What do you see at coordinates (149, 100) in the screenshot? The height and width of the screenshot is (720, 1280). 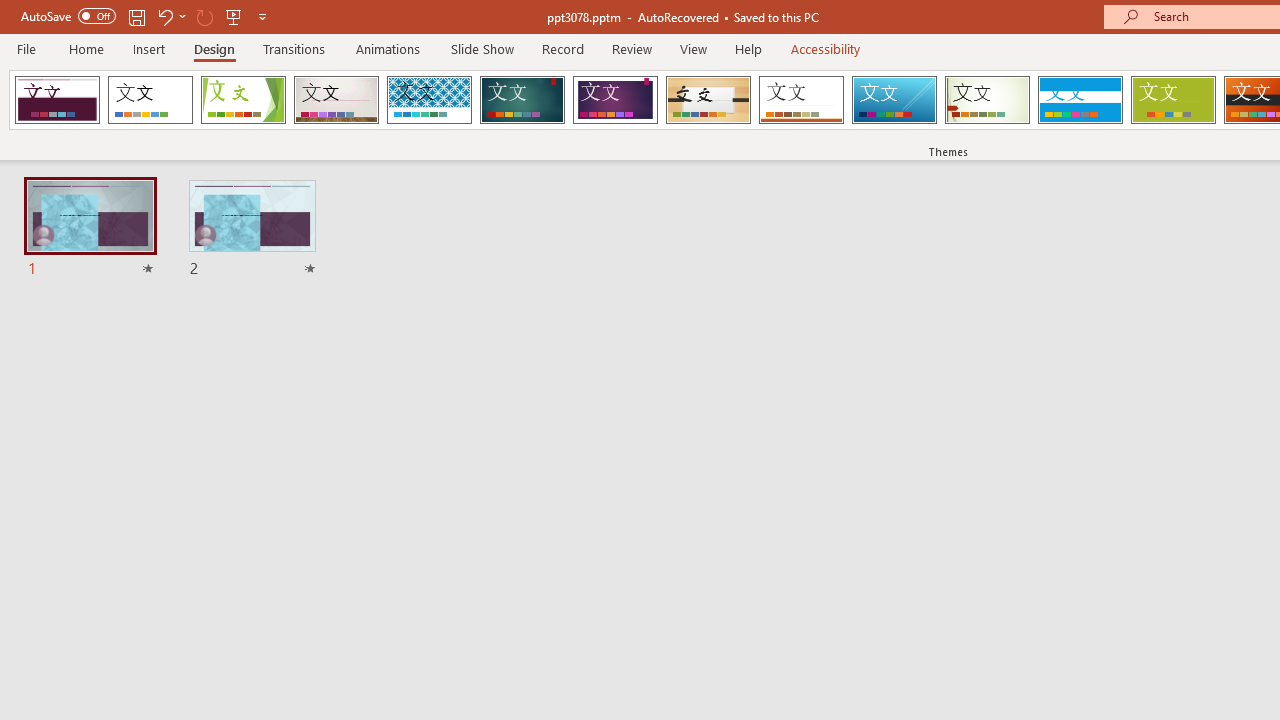 I see `'Office Theme'` at bounding box center [149, 100].